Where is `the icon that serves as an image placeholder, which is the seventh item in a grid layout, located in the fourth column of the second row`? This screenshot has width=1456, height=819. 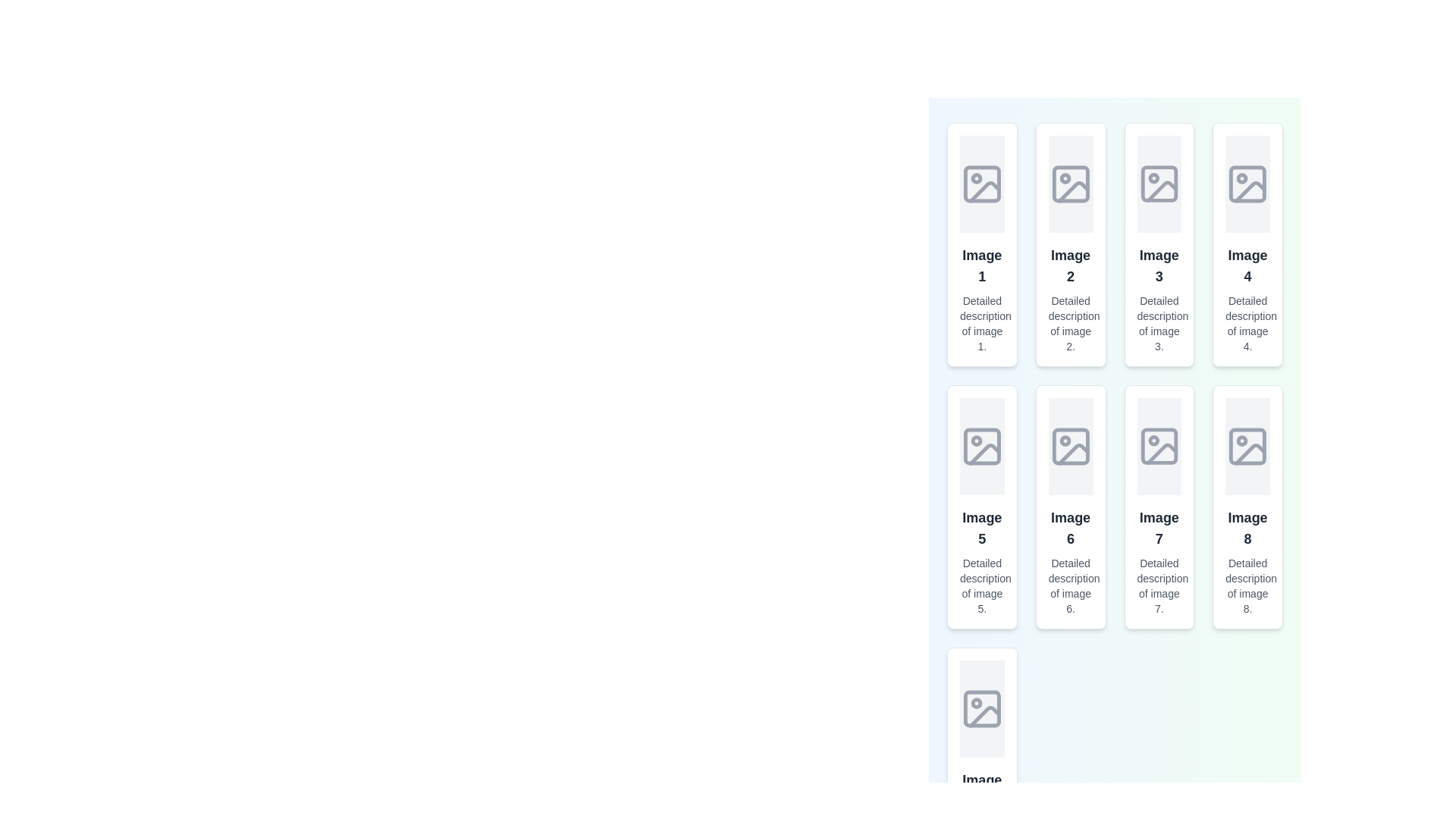
the icon that serves as an image placeholder, which is the seventh item in a grid layout, located in the fourth column of the second row is located at coordinates (1158, 446).